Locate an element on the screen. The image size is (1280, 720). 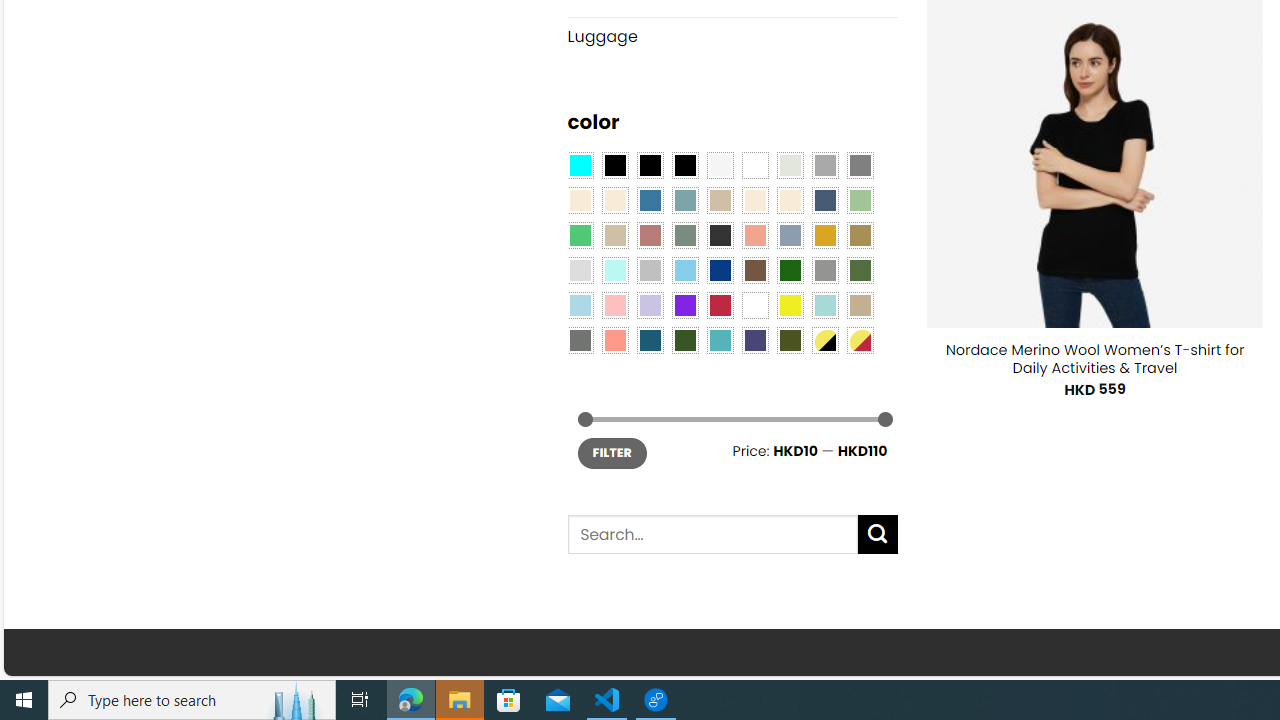
'Dusty Blue' is located at coordinates (788, 233).